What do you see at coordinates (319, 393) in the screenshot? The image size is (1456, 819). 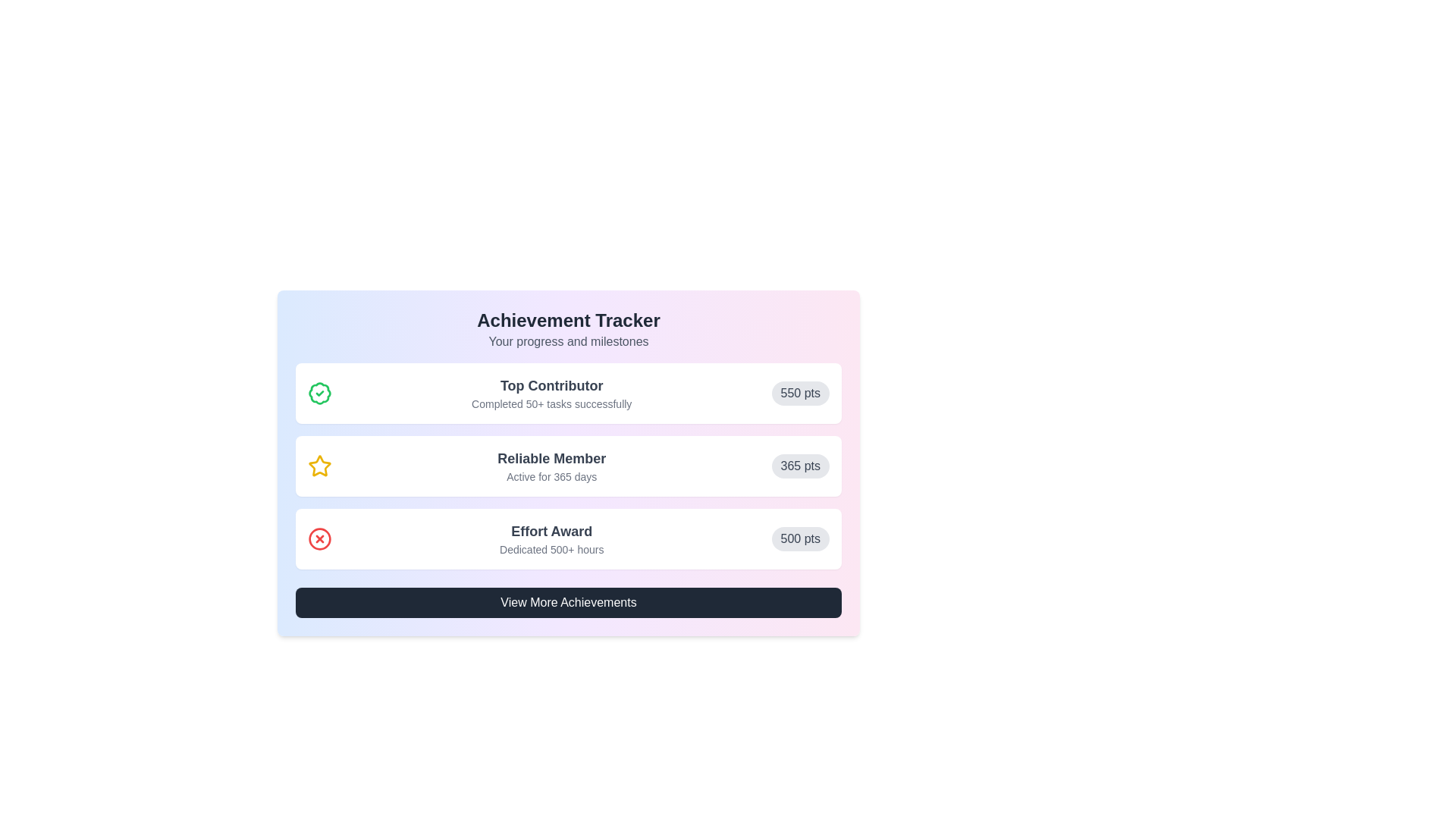 I see `the circular badge icon with a green outline and a checkmark symbol, which represents a successful task, located at the top-left corner of the 'Top Contributor' card` at bounding box center [319, 393].